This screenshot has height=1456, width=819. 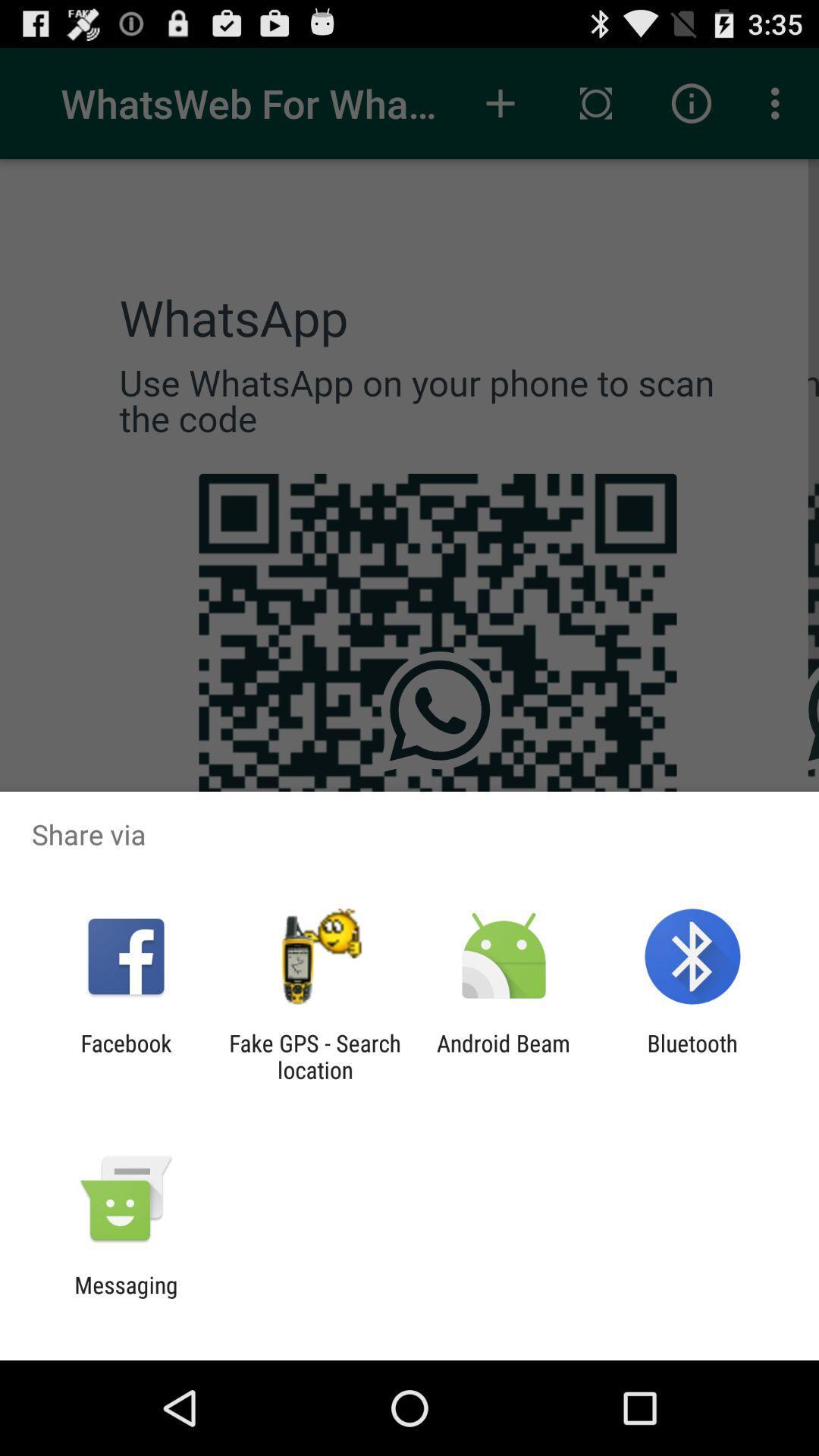 What do you see at coordinates (314, 1056) in the screenshot?
I see `the fake gps search icon` at bounding box center [314, 1056].